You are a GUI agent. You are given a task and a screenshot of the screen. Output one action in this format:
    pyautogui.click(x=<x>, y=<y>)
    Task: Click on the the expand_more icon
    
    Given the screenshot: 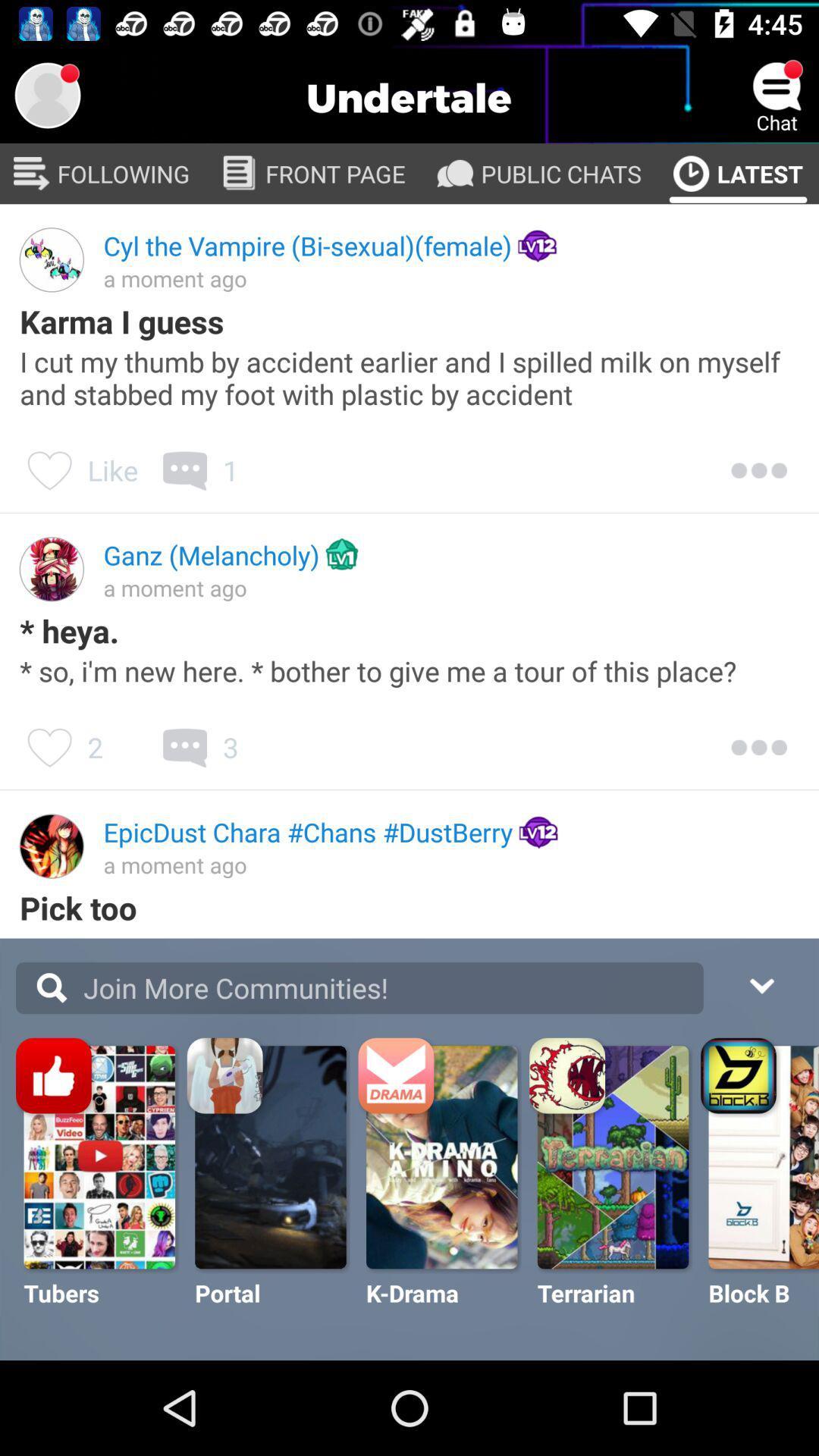 What is the action you would take?
    pyautogui.click(x=761, y=984)
    